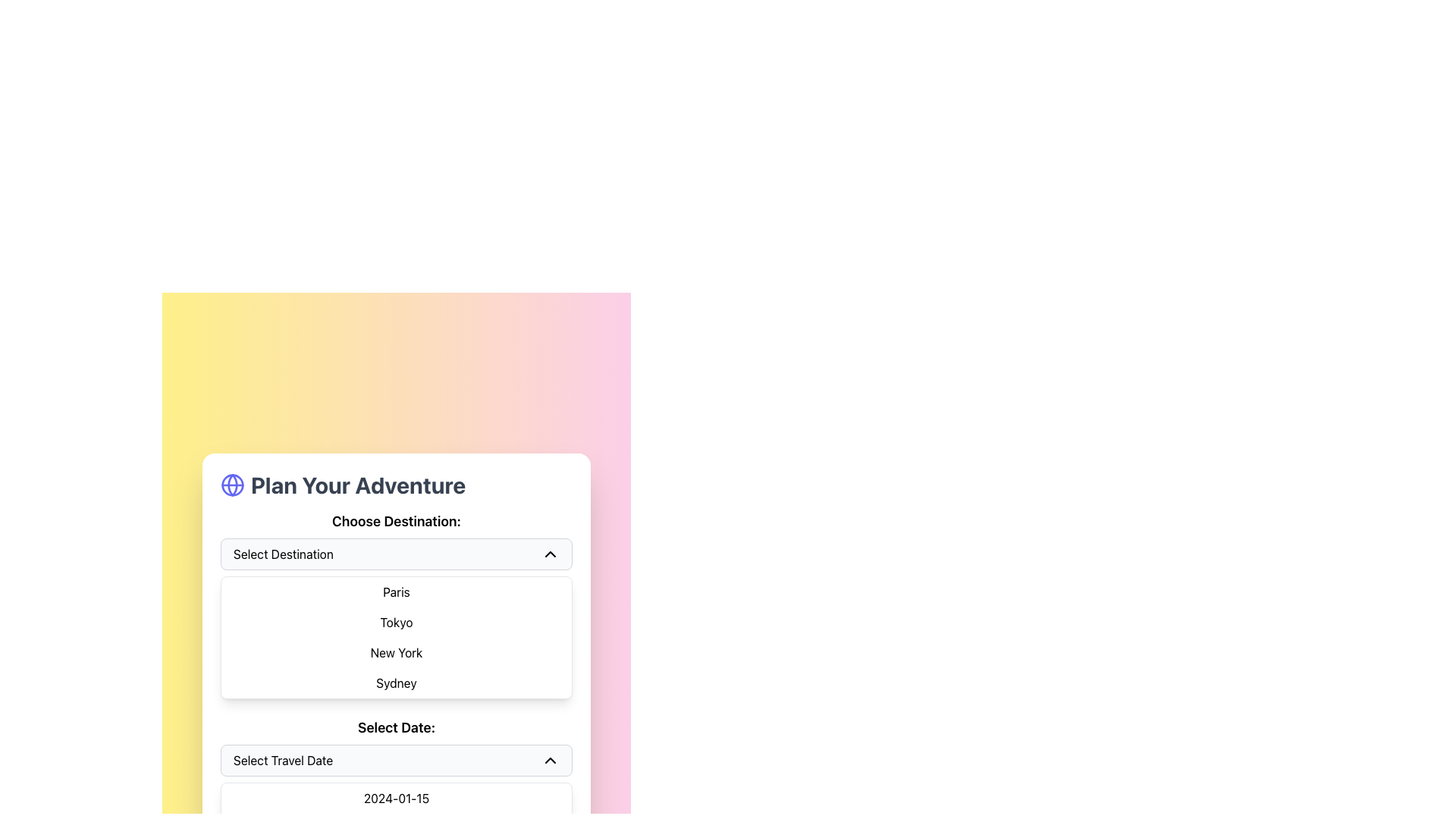 The height and width of the screenshot is (819, 1456). Describe the element at coordinates (232, 485) in the screenshot. I see `the filled circle element that is part of the globe icon, located near the center of the icon to the left of the 'Plan Your Adventure' text` at that location.